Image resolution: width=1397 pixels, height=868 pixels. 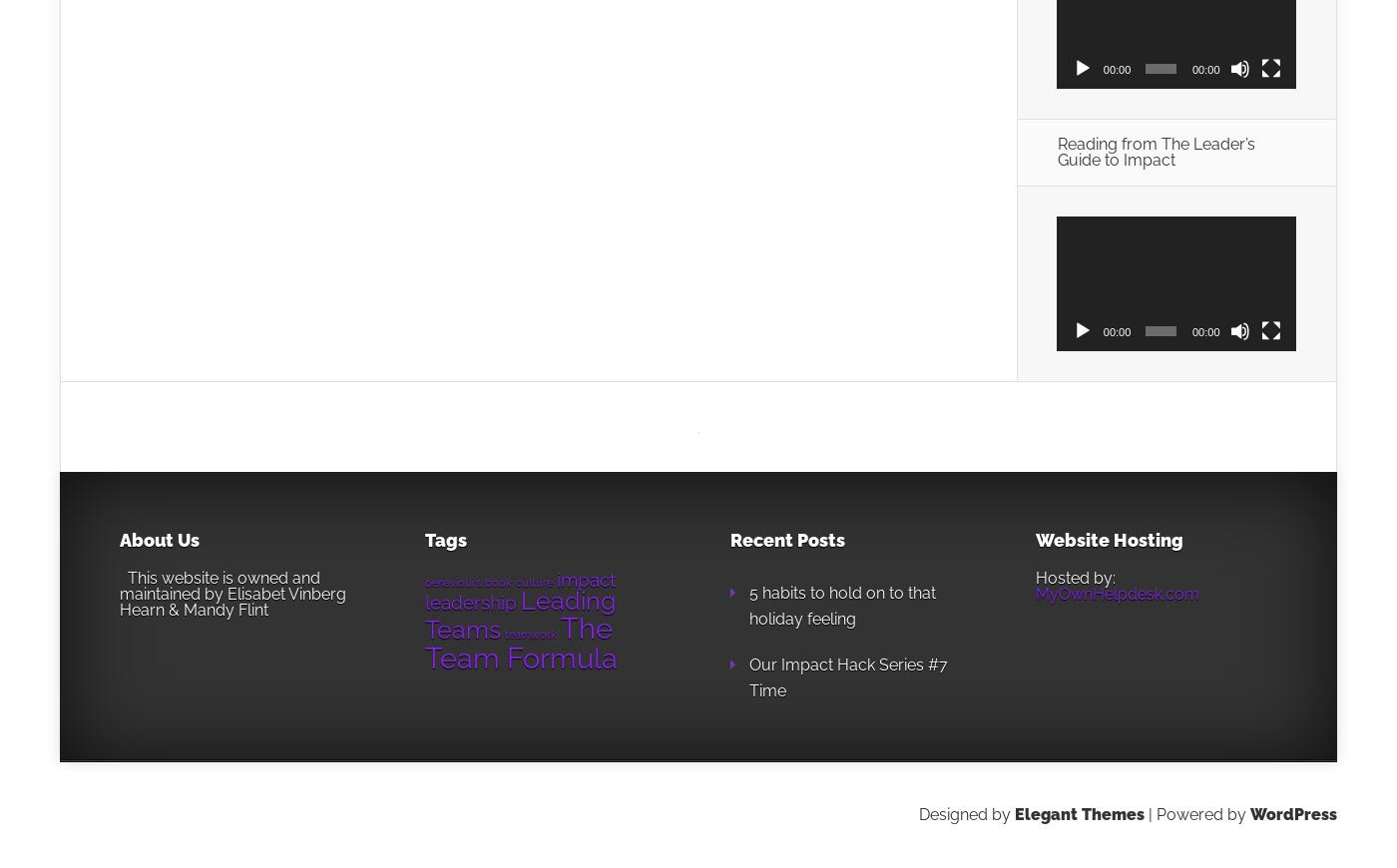 I want to click on 'Recent Posts', so click(x=787, y=538).